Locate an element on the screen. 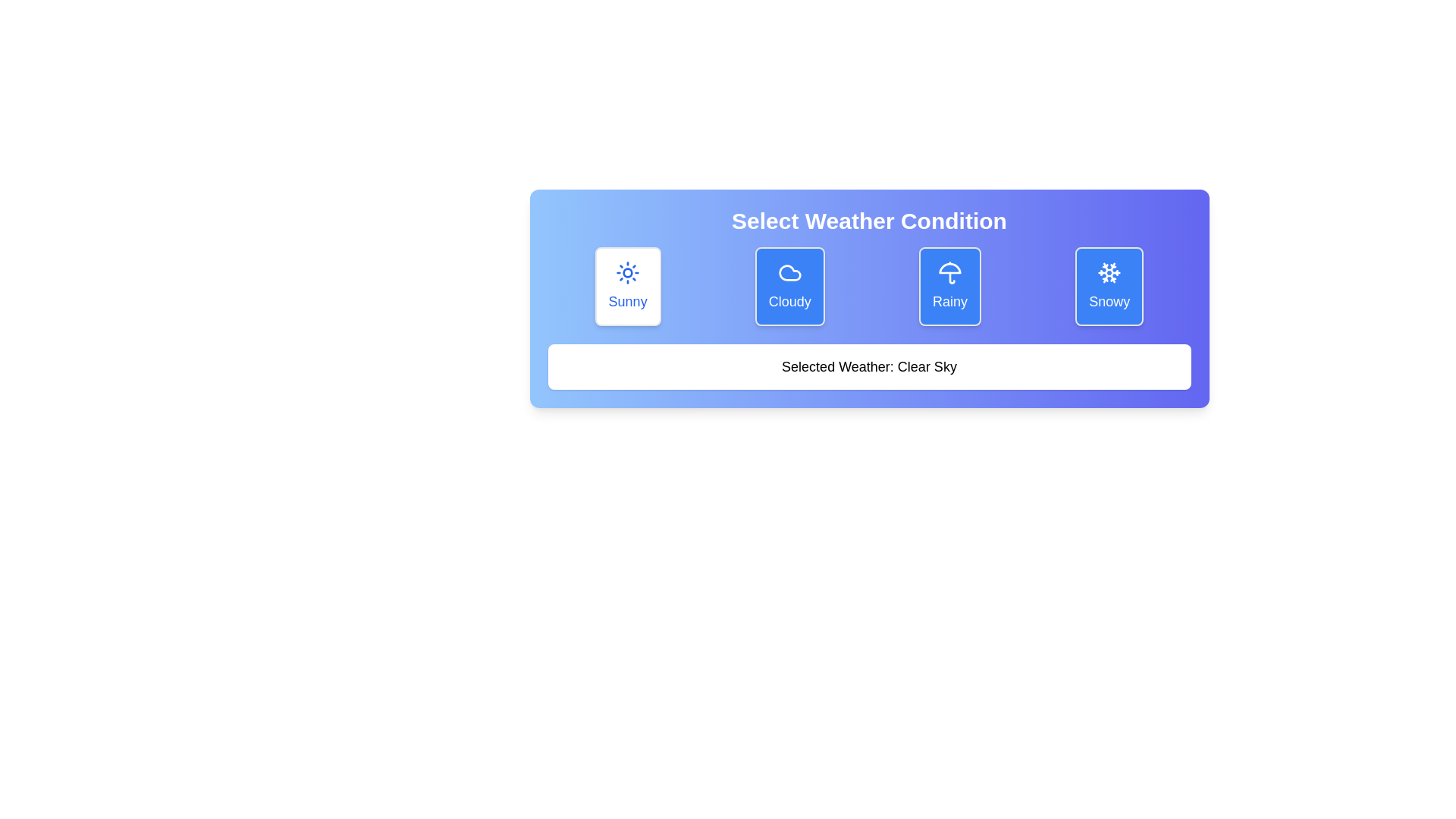  umbrella icon within the 'Rainy' selection box, which is the third box in a row of four weather options, featuring a blue background and the text 'Rainy' is located at coordinates (949, 271).